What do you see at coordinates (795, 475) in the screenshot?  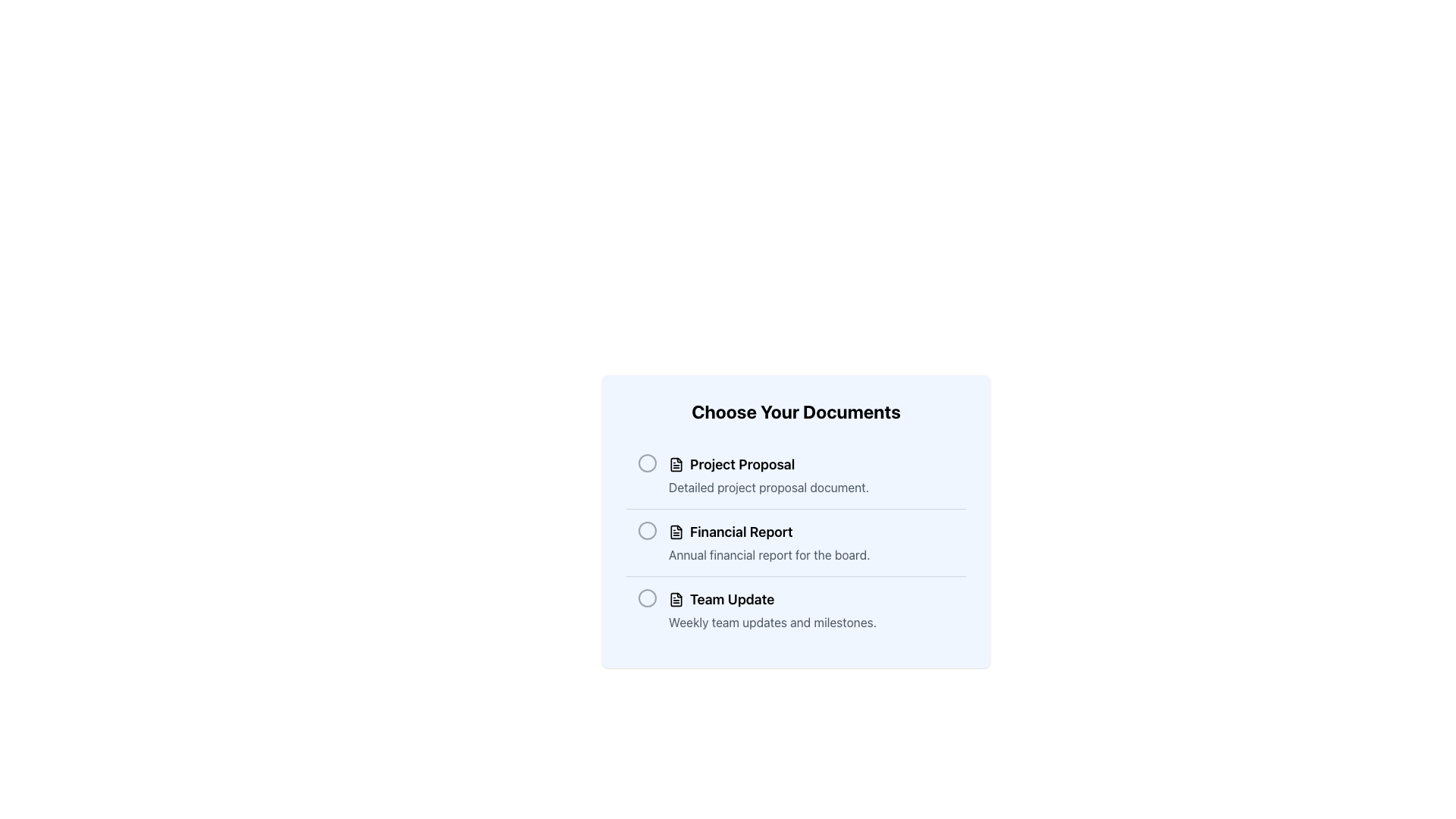 I see `the 'Project Proposal' document option in the list` at bounding box center [795, 475].